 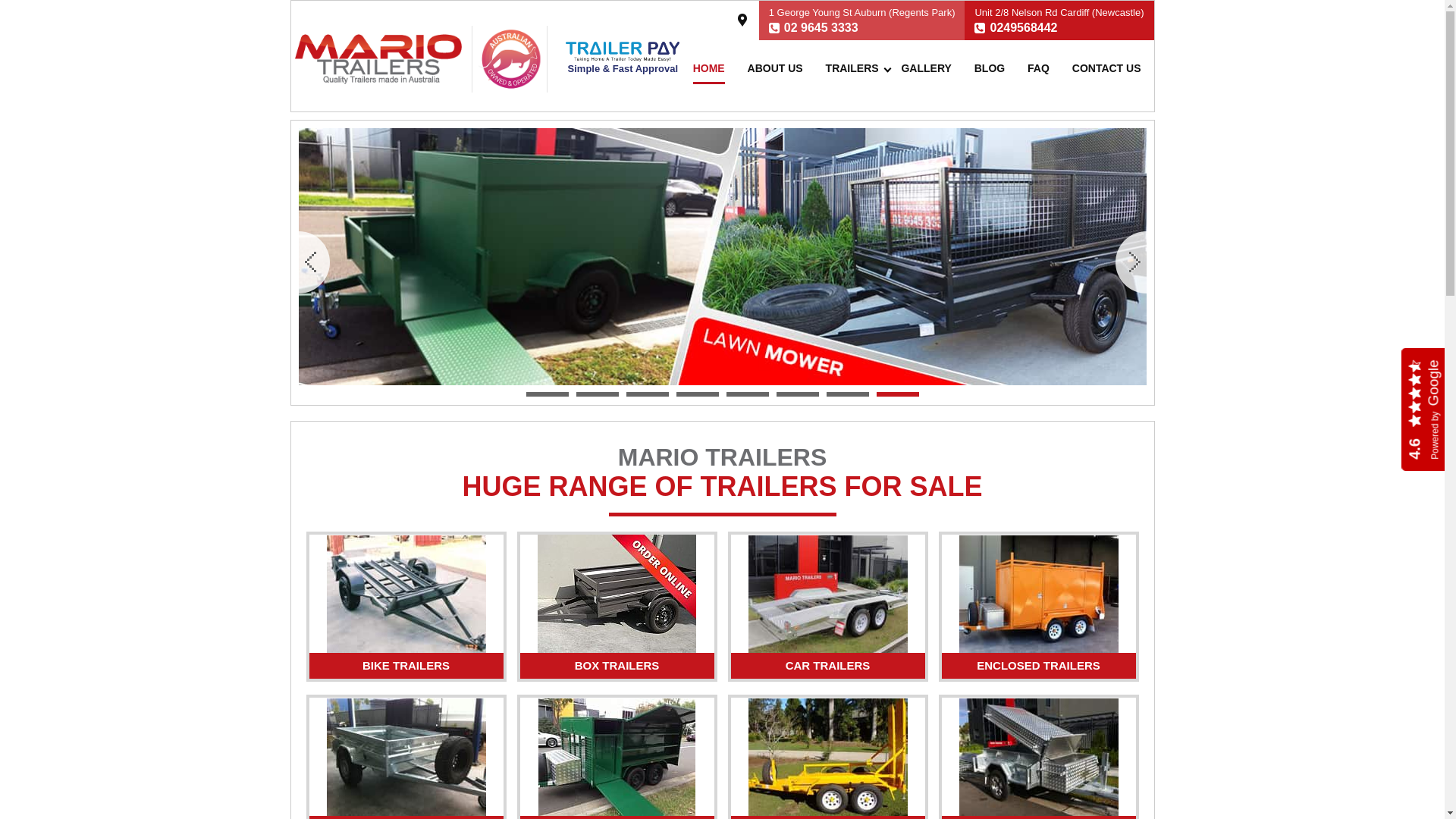 I want to click on '6', so click(x=796, y=394).